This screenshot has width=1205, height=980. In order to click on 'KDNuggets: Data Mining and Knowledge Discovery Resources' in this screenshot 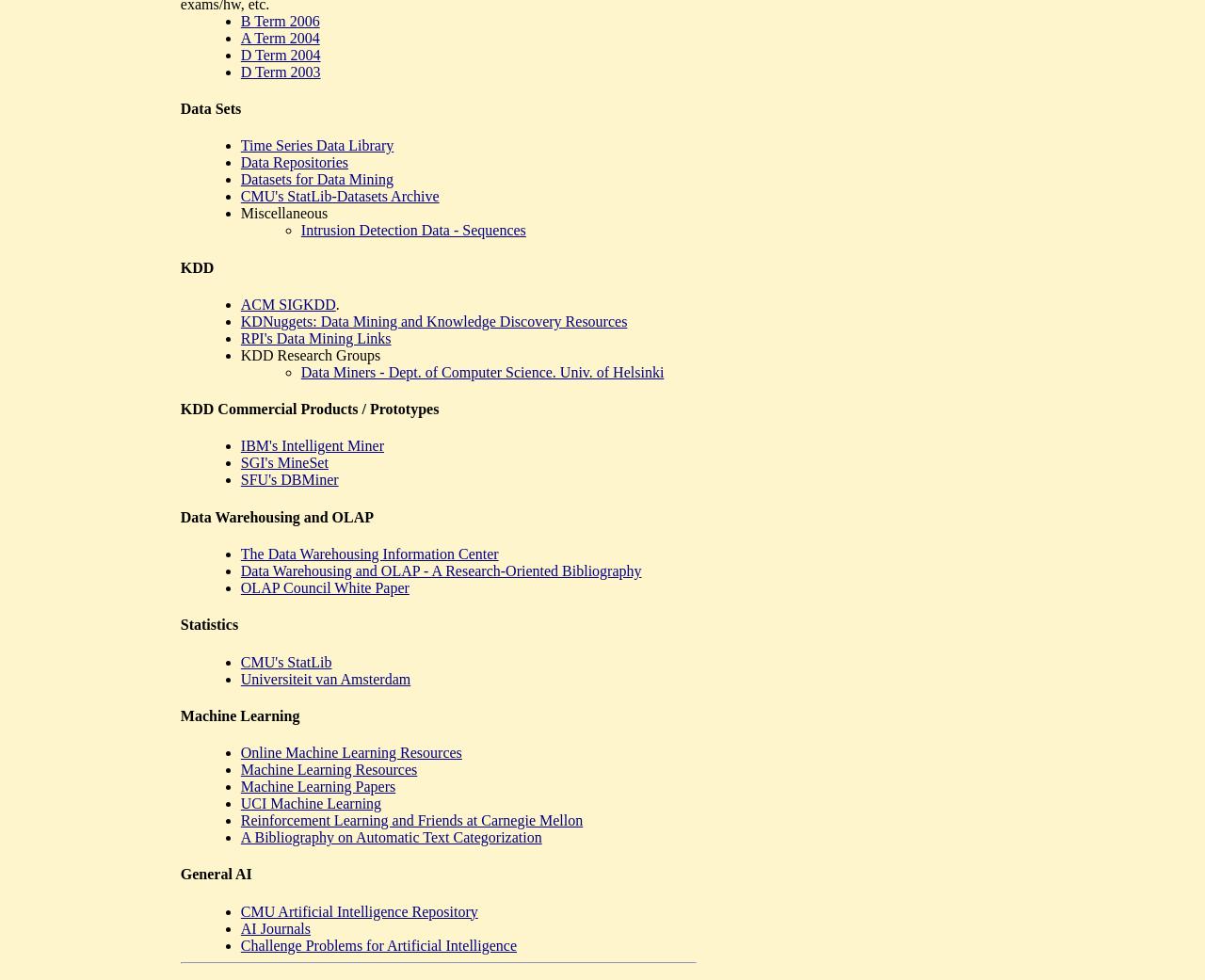, I will do `click(432, 320)`.